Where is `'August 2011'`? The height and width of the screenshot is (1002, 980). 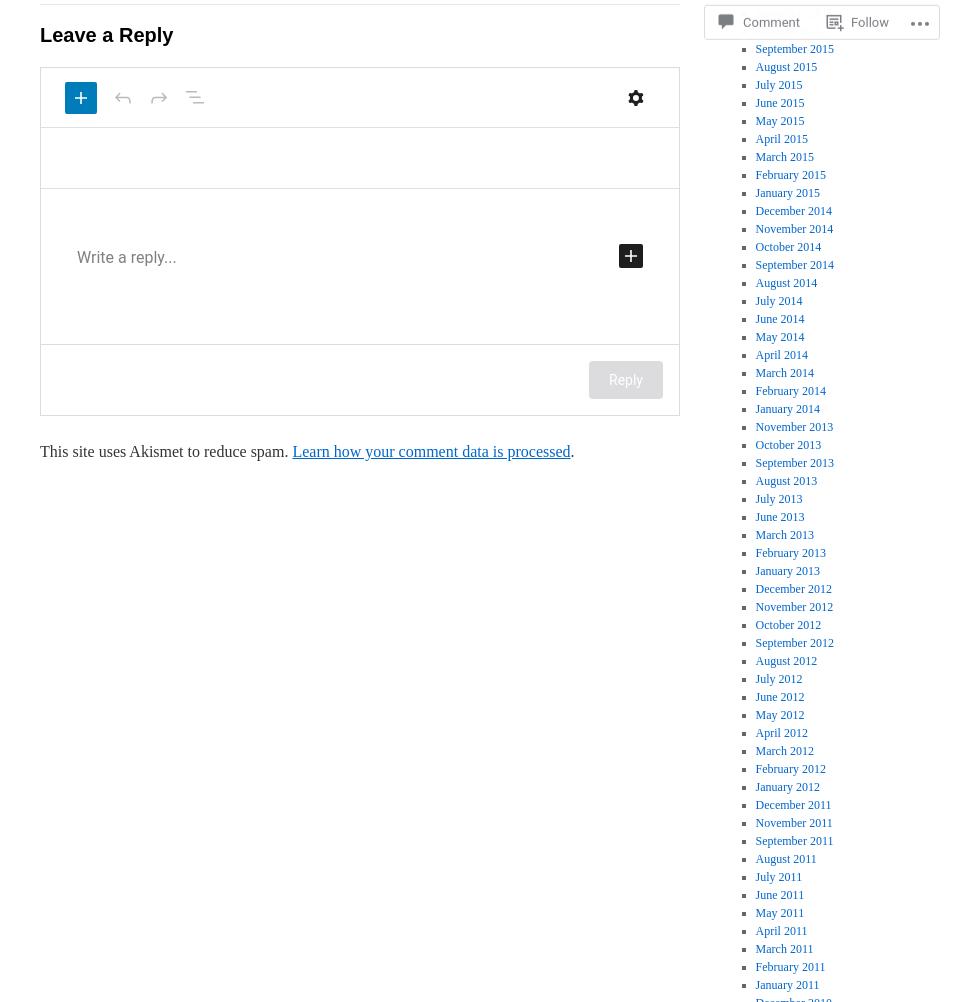 'August 2011' is located at coordinates (785, 859).